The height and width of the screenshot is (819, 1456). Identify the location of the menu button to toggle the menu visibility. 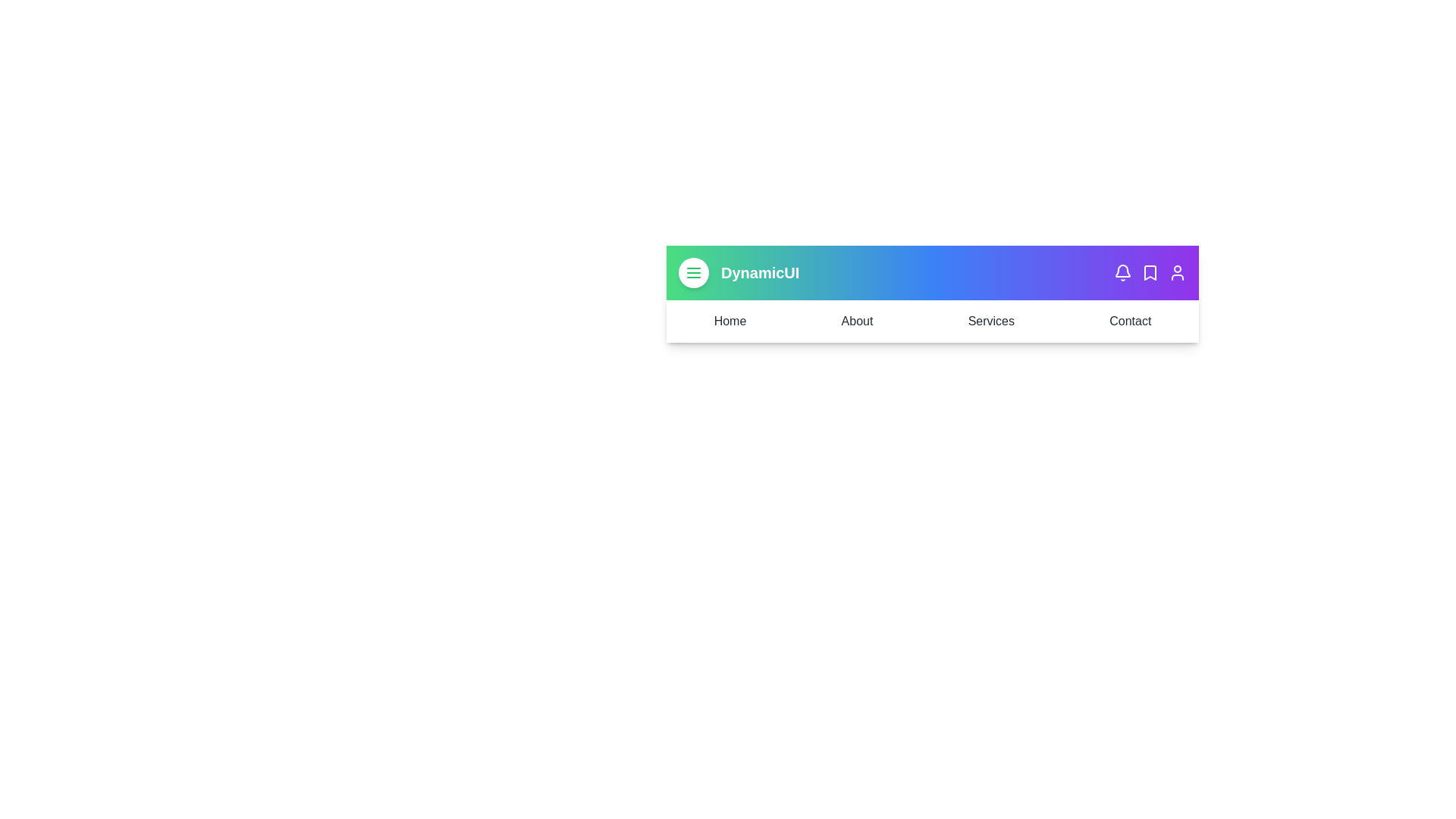
(693, 271).